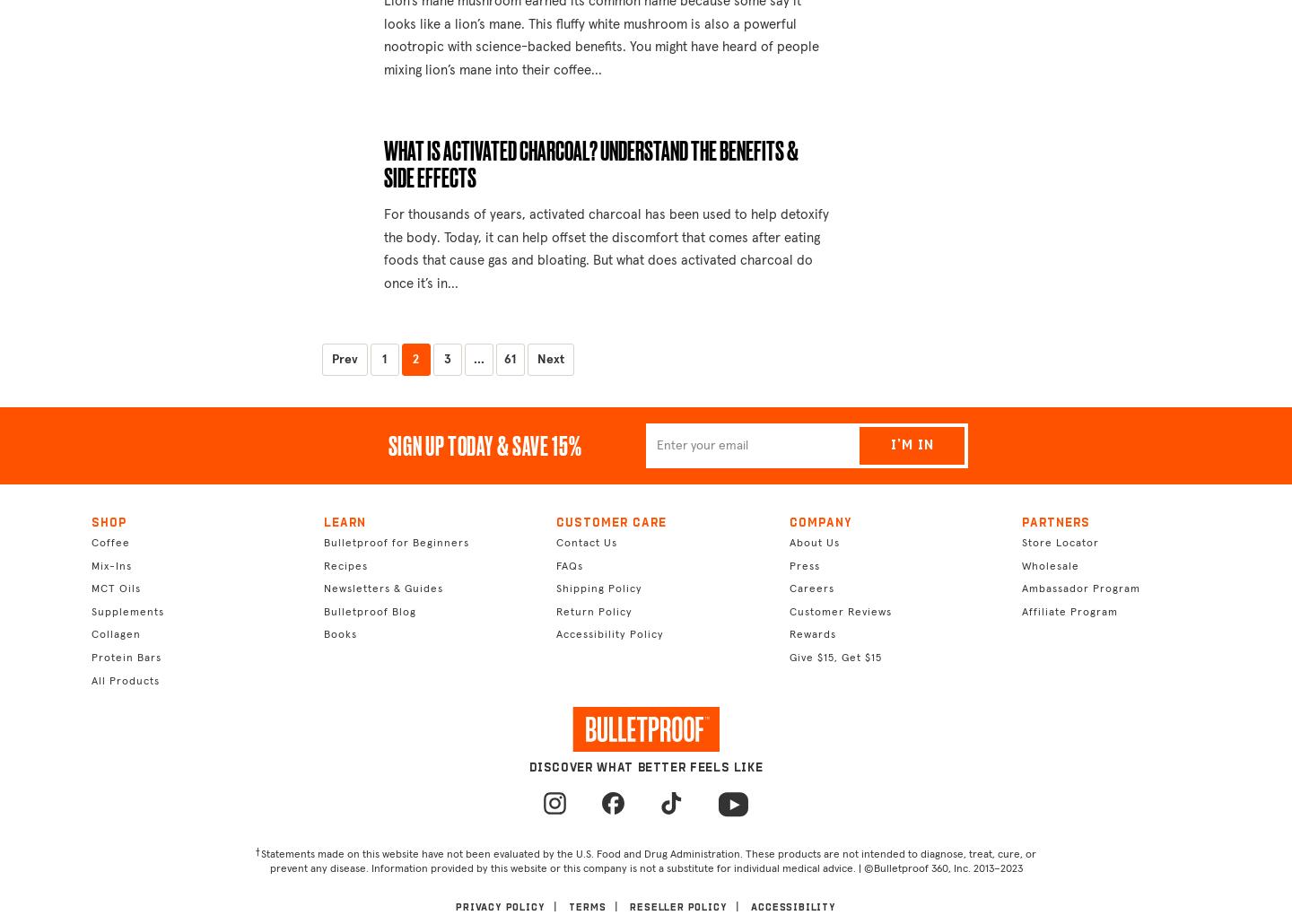 The height and width of the screenshot is (924, 1292). I want to click on 'Privacy Policy', so click(500, 906).